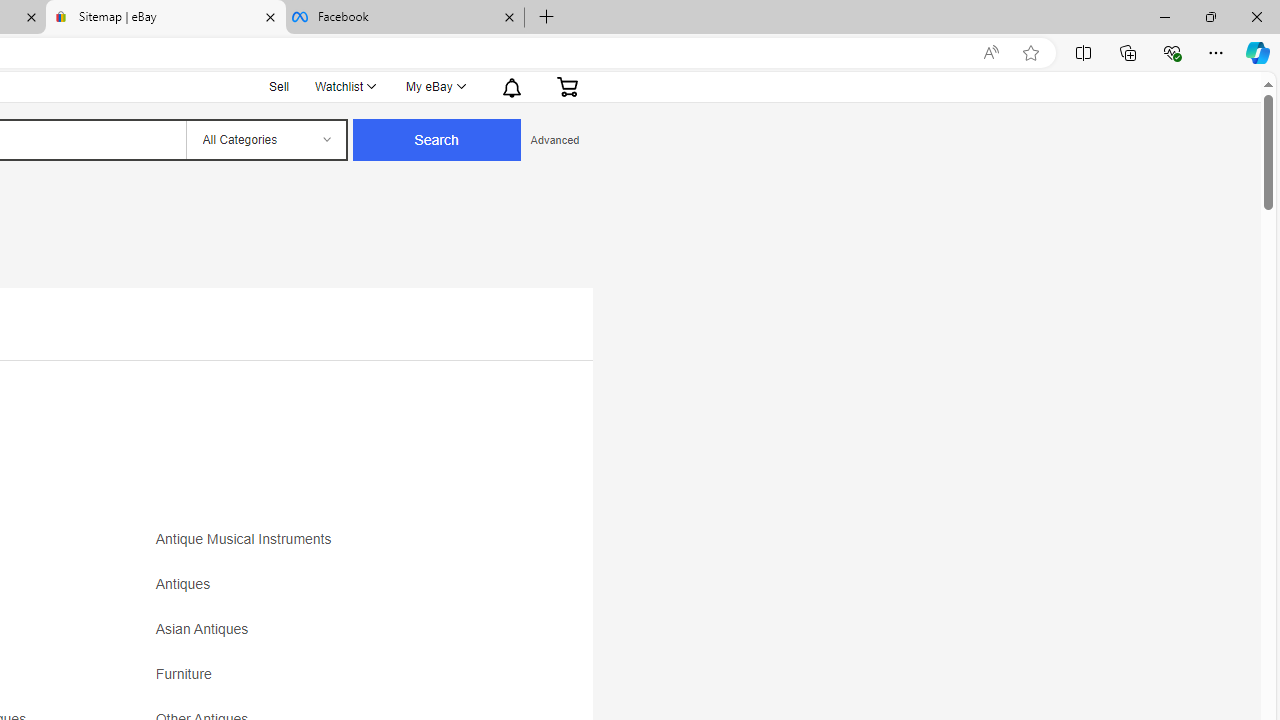 Image resolution: width=1280 pixels, height=720 pixels. I want to click on 'Your shopping cart', so click(566, 85).